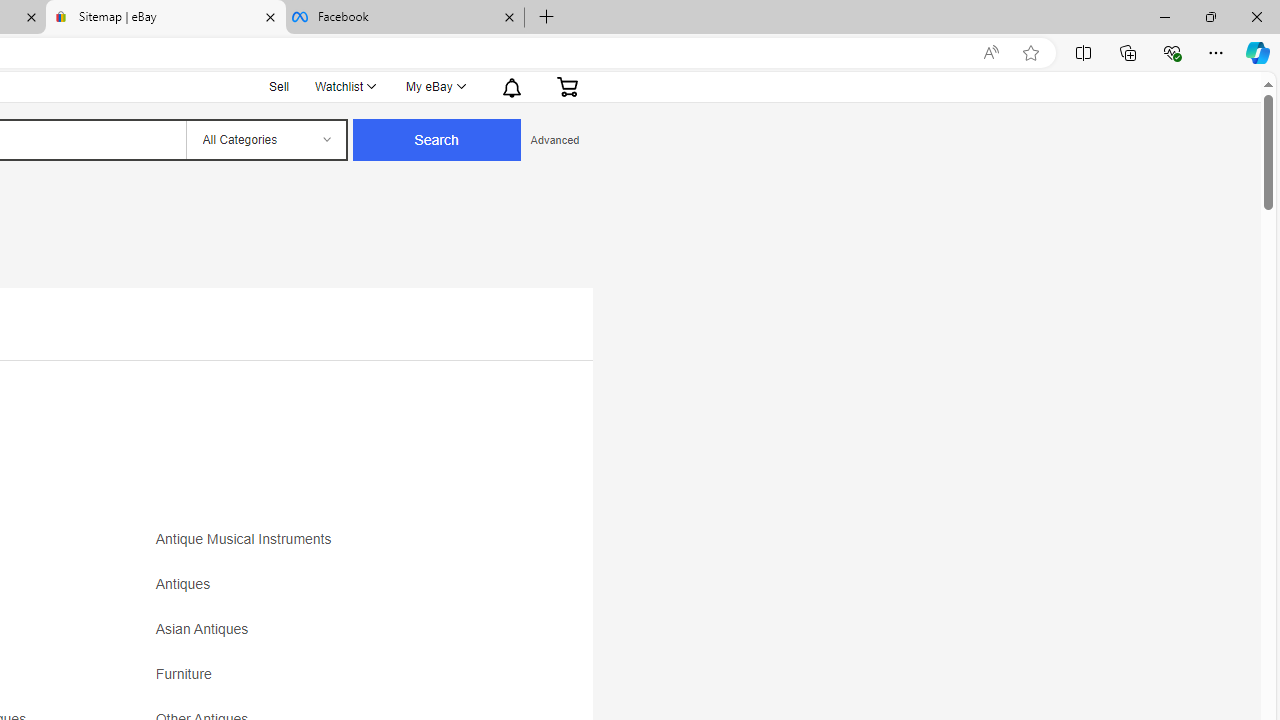 Image resolution: width=1280 pixels, height=720 pixels. I want to click on 'Your shopping cart', so click(566, 85).